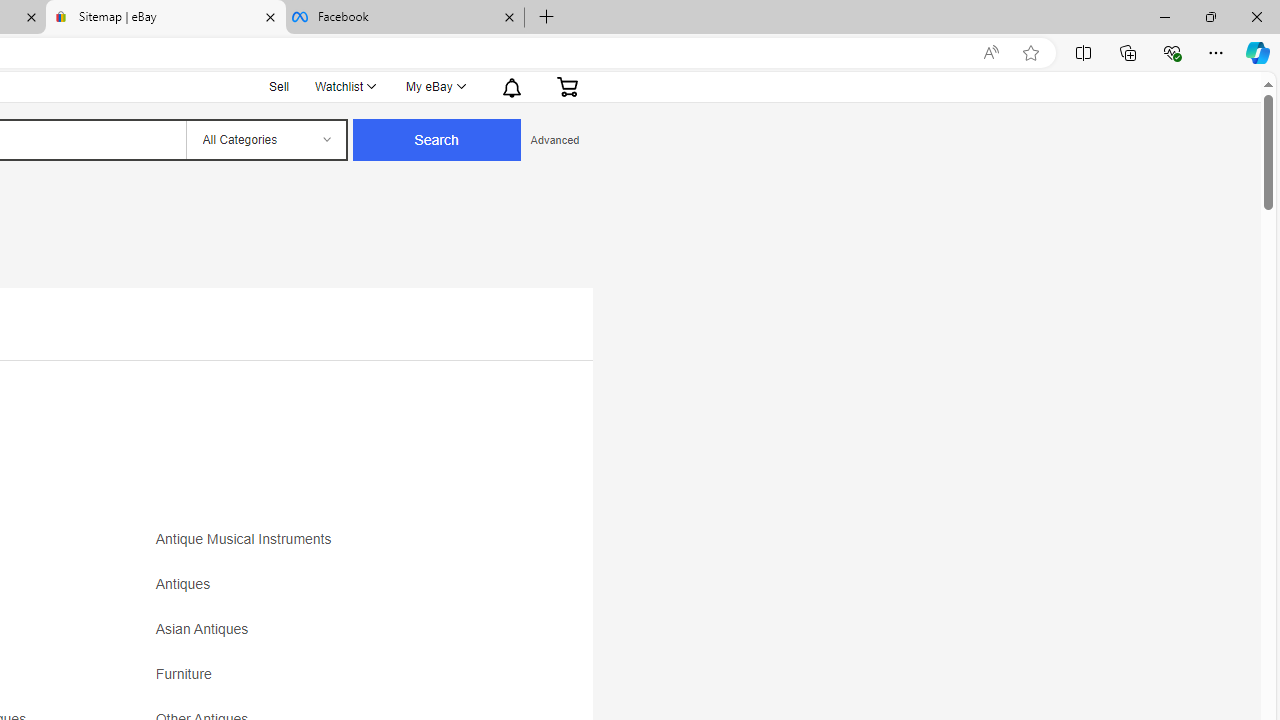 Image resolution: width=1280 pixels, height=720 pixels. I want to click on 'Your shopping cart', so click(566, 85).